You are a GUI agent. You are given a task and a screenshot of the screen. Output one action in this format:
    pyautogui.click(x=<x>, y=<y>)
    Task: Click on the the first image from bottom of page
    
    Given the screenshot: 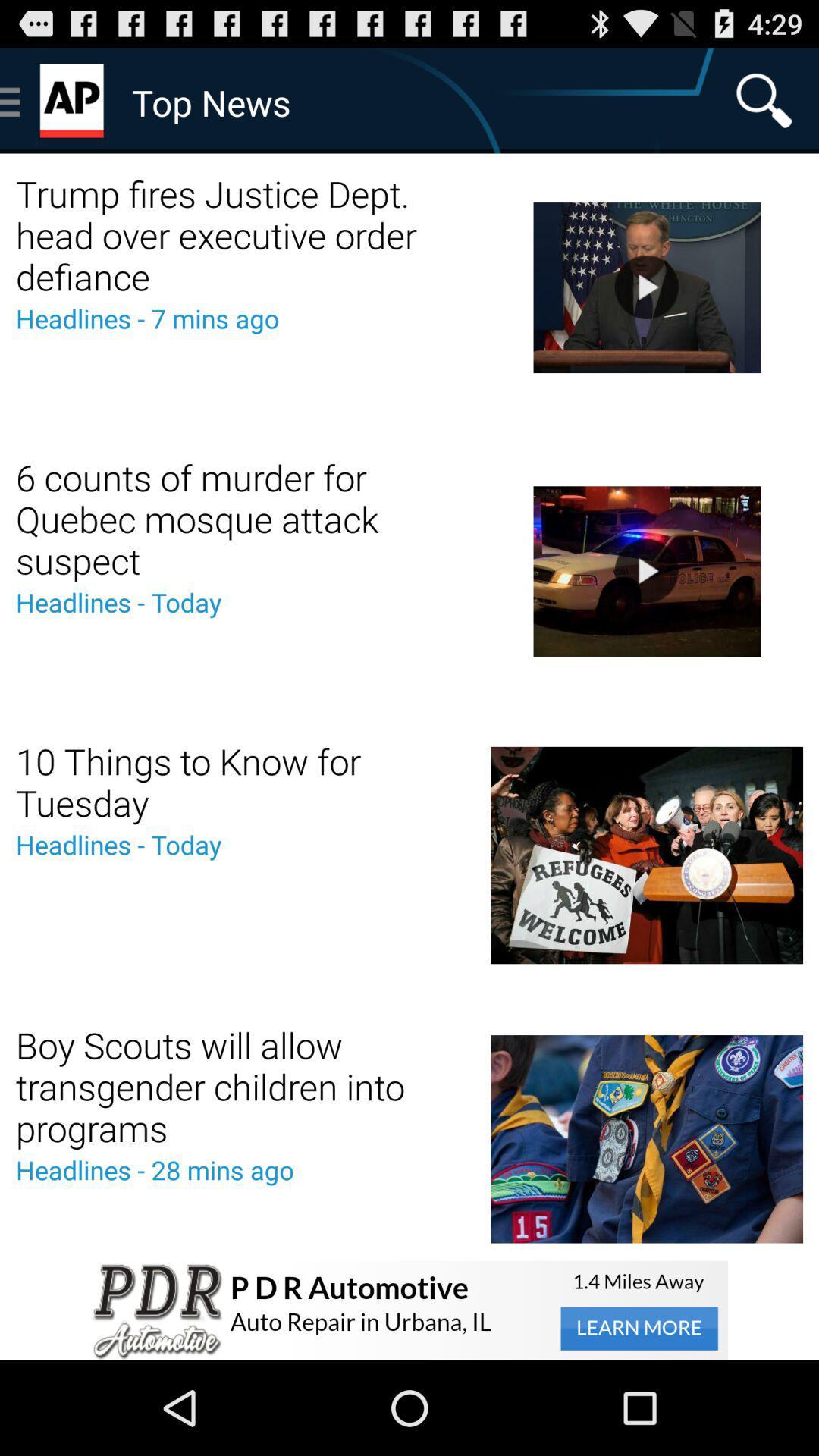 What is the action you would take?
    pyautogui.click(x=646, y=1139)
    